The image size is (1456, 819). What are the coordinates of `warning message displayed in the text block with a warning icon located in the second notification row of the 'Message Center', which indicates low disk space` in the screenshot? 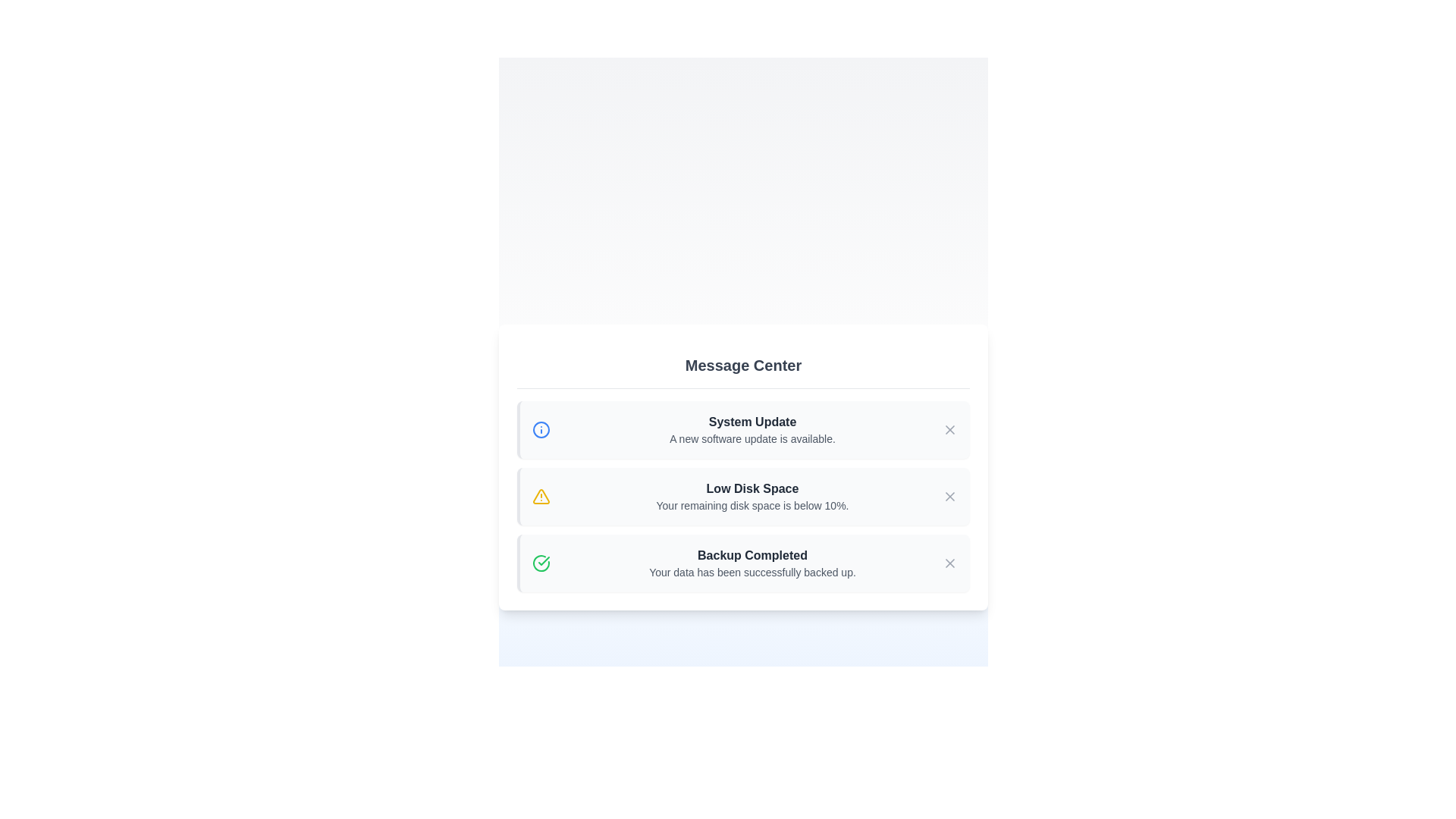 It's located at (752, 496).